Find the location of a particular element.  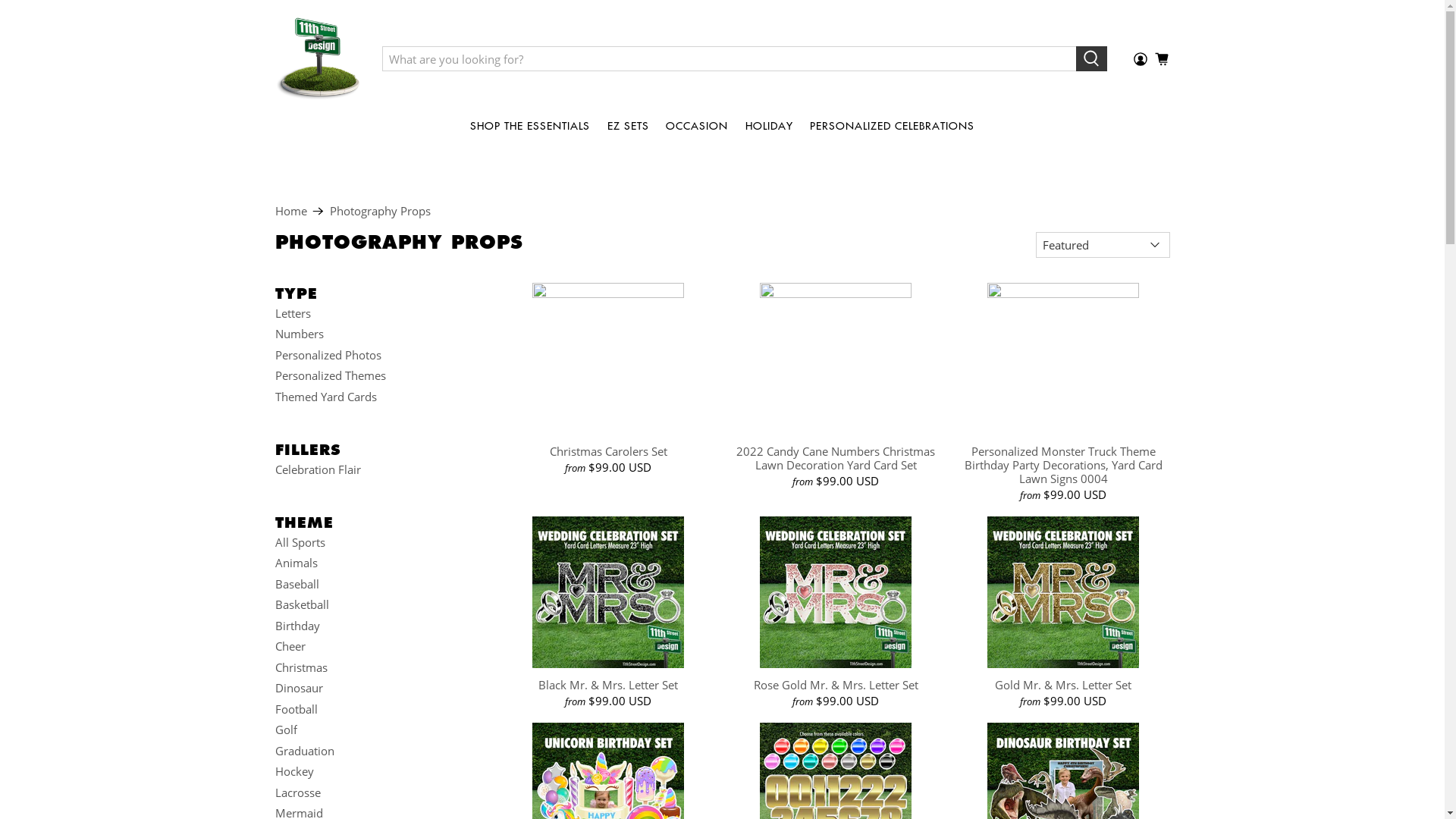

'Home' is located at coordinates (290, 211).